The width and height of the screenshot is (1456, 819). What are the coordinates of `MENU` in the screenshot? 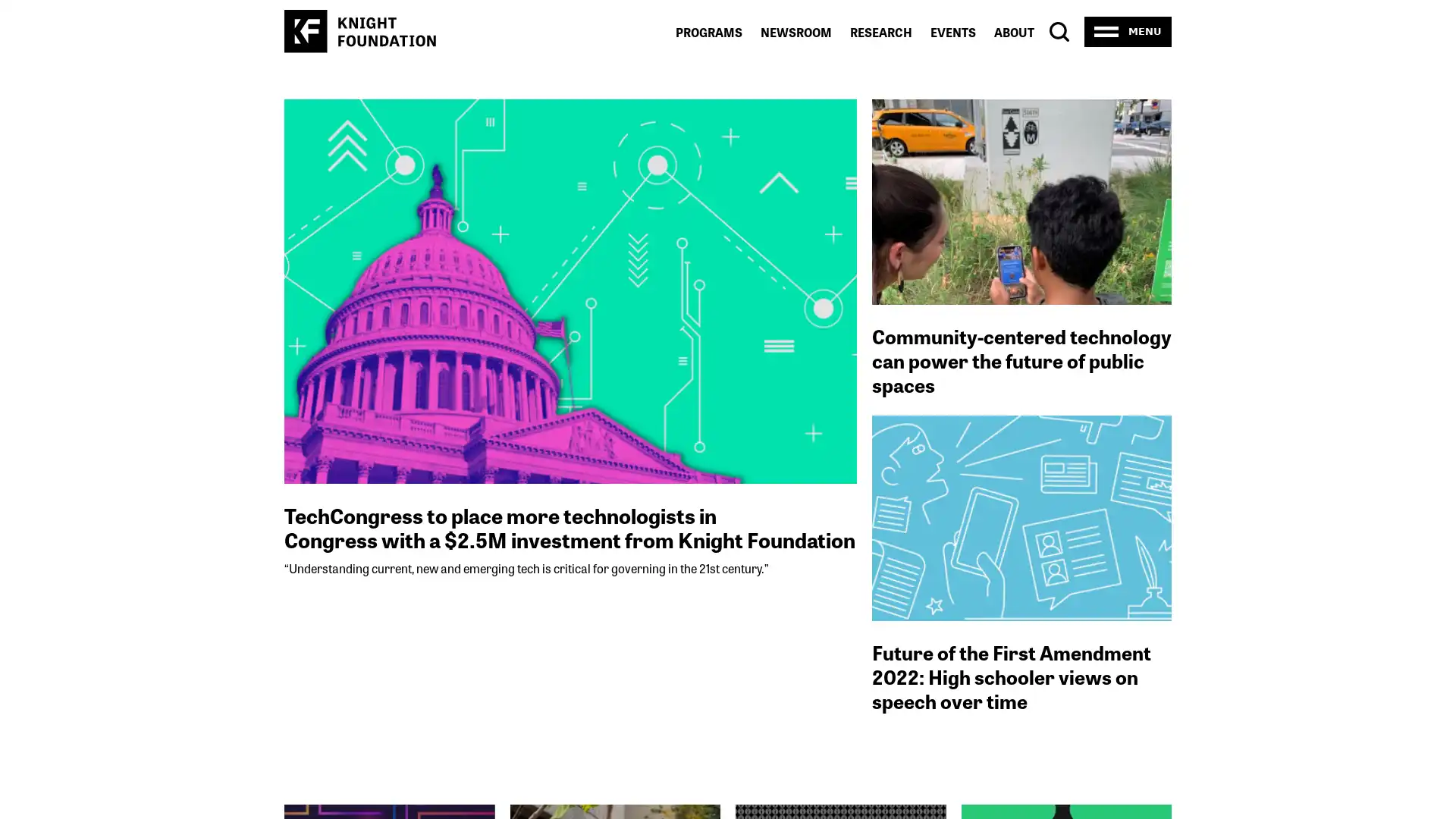 It's located at (1128, 31).